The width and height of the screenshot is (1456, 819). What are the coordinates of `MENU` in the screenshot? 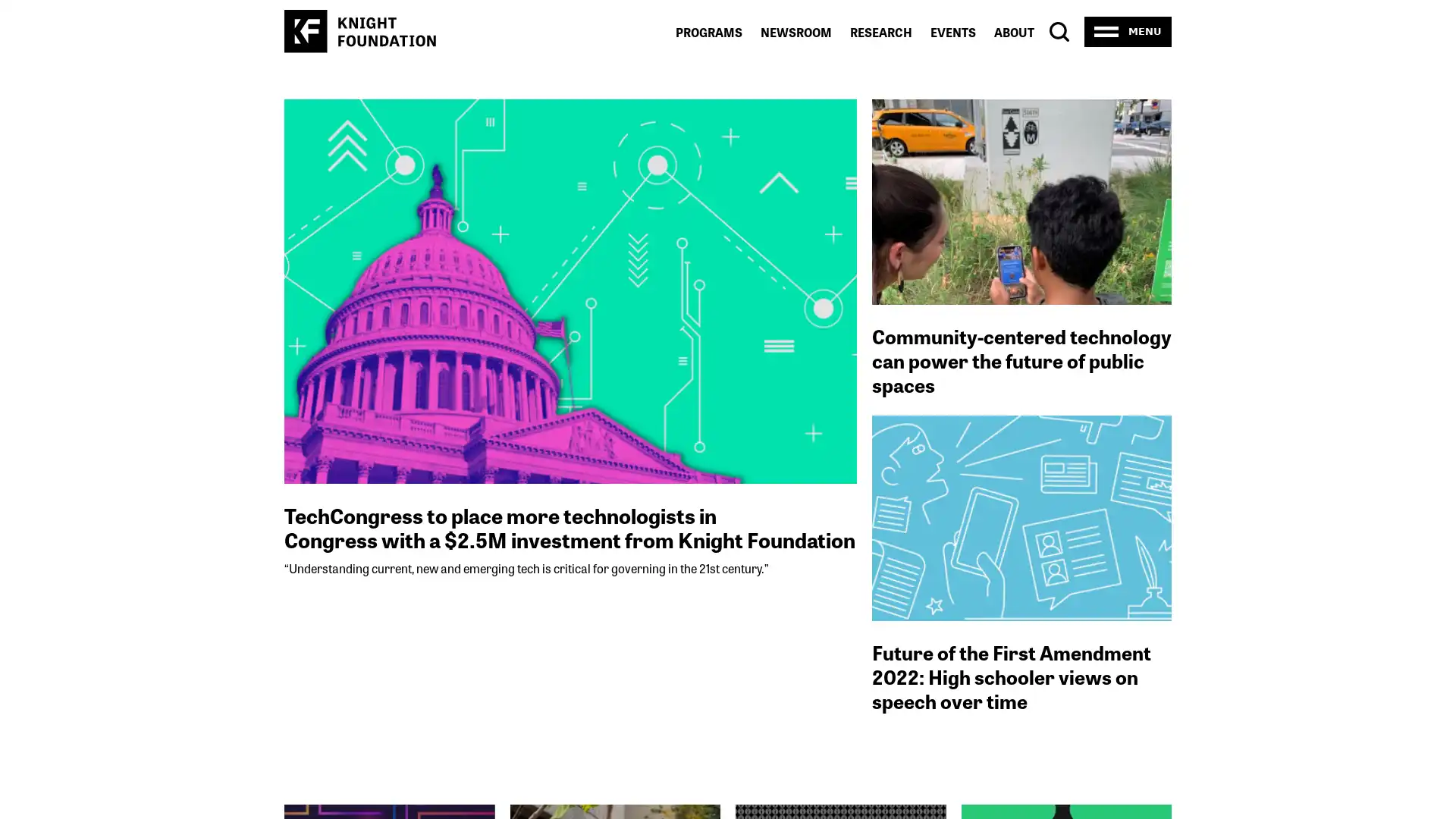 It's located at (1128, 31).